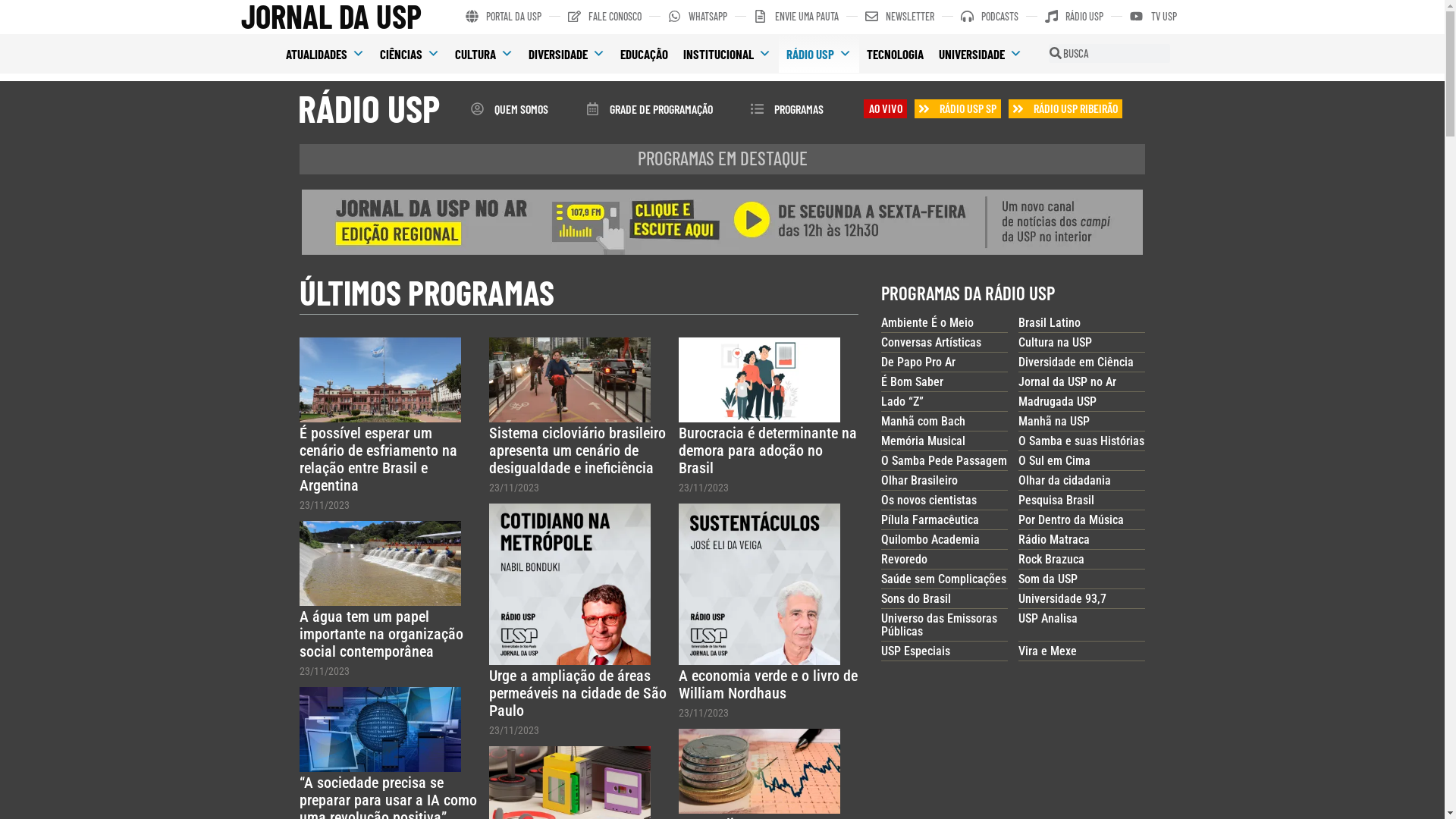  Describe the element at coordinates (880, 500) in the screenshot. I see `'Os novos cientistas'` at that location.